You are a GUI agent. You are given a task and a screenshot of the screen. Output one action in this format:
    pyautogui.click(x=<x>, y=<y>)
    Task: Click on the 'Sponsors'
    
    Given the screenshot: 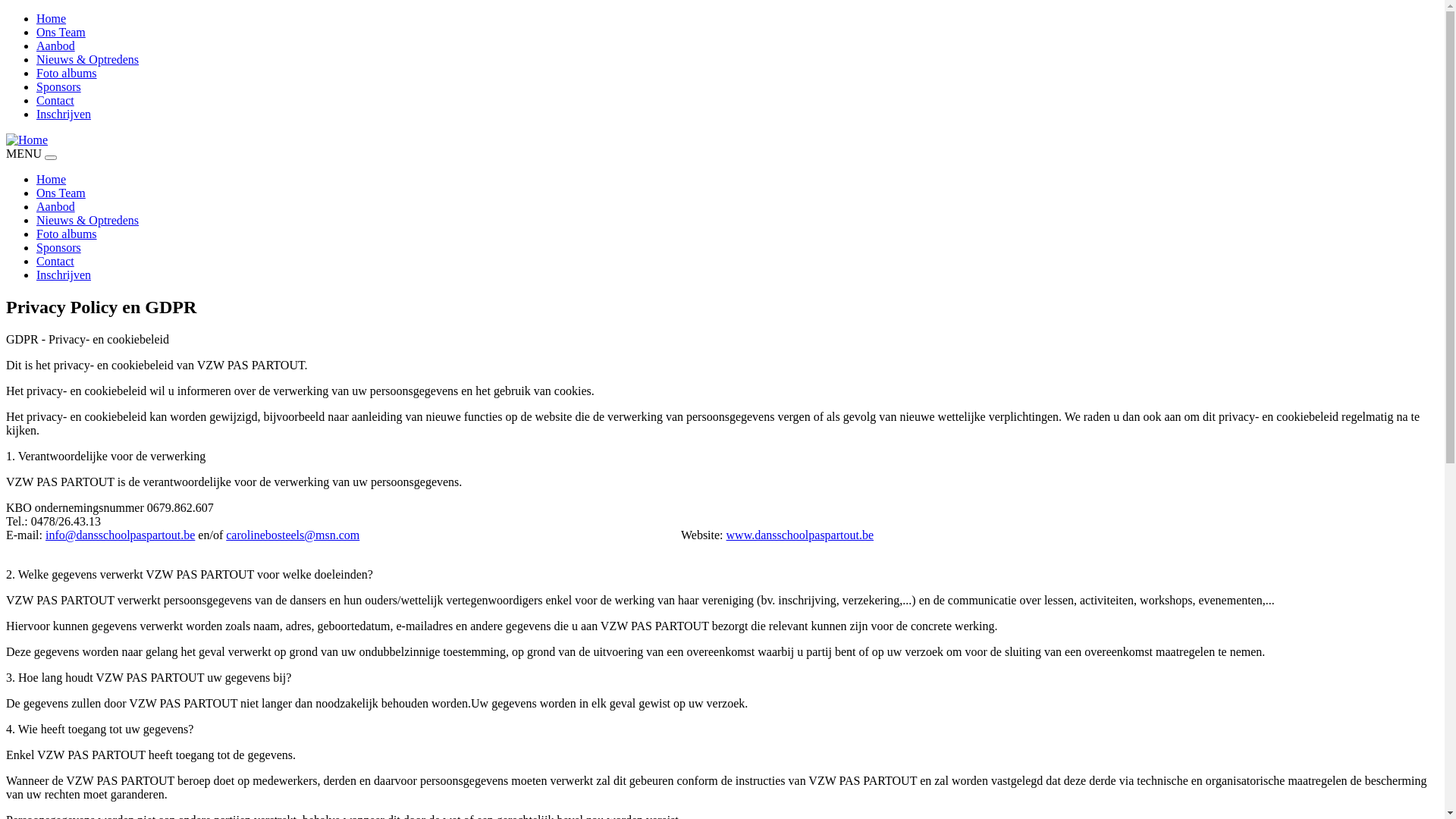 What is the action you would take?
    pyautogui.click(x=58, y=246)
    